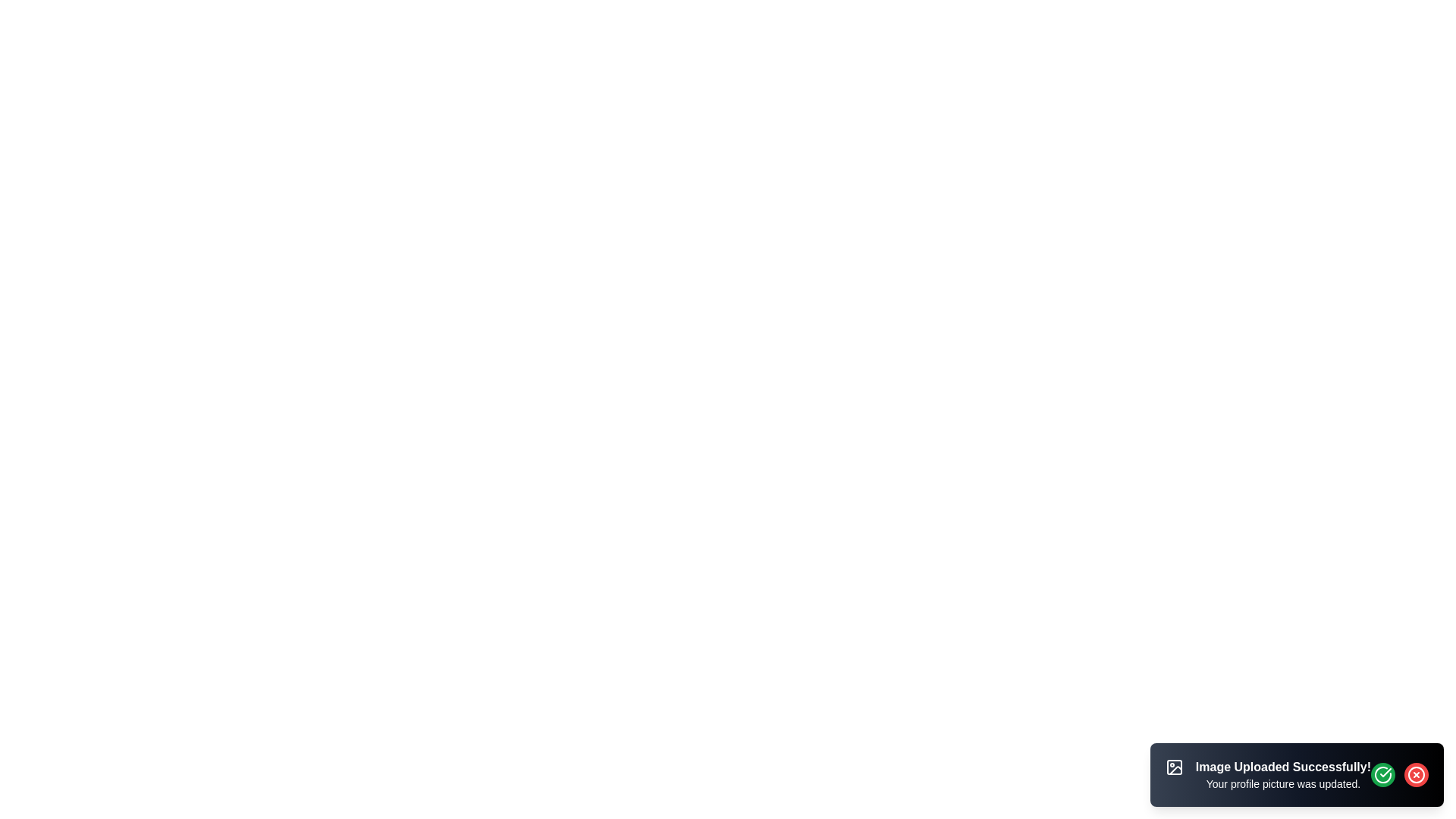 This screenshot has height=819, width=1456. What do you see at coordinates (1415, 775) in the screenshot?
I see `the close button to dismiss the snackbar` at bounding box center [1415, 775].